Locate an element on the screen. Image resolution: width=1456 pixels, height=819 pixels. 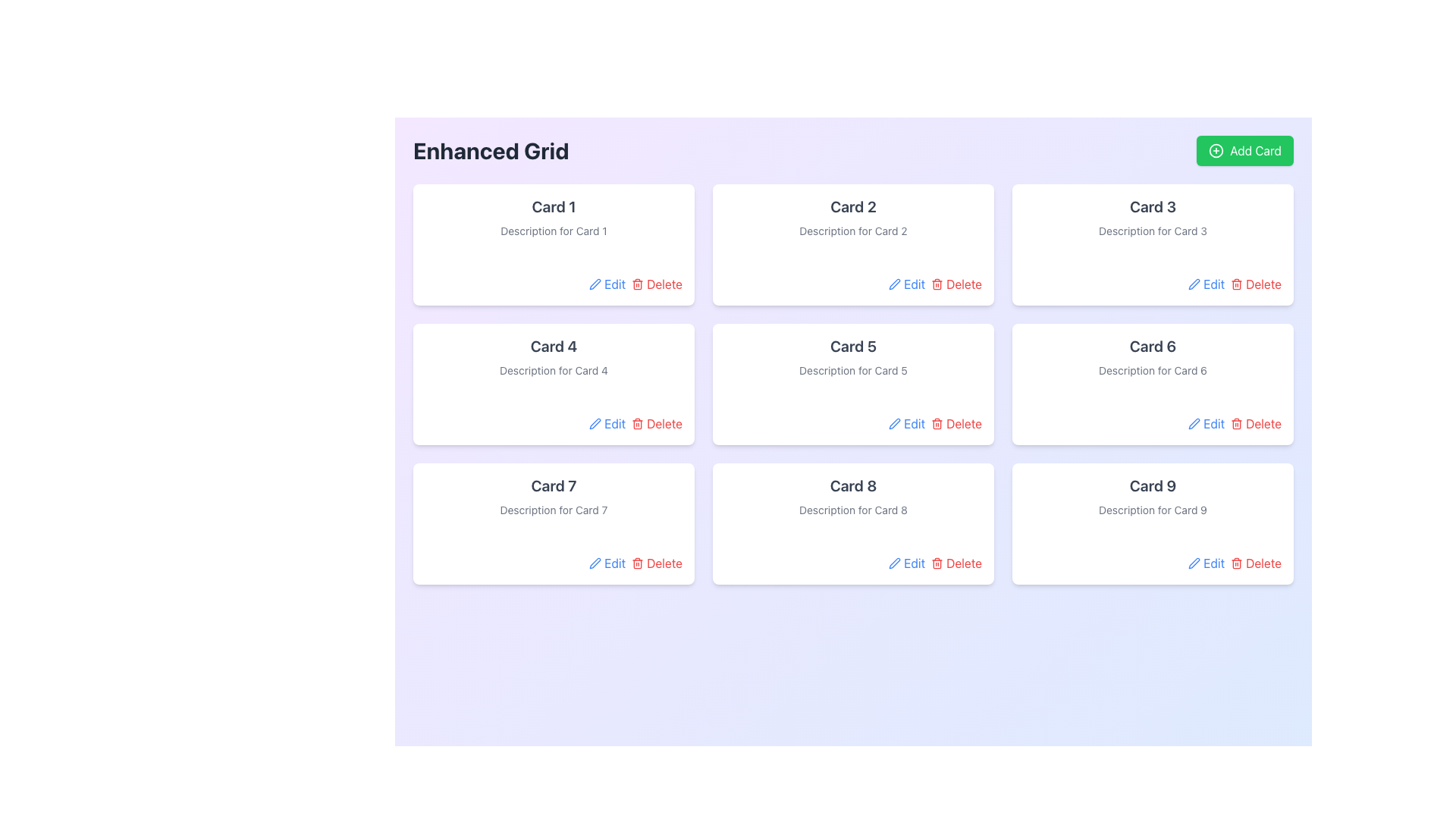
the pen icon located in the 'Card 5' section adjacent to the 'Edit' text link, which signifies editing functionality is located at coordinates (895, 424).